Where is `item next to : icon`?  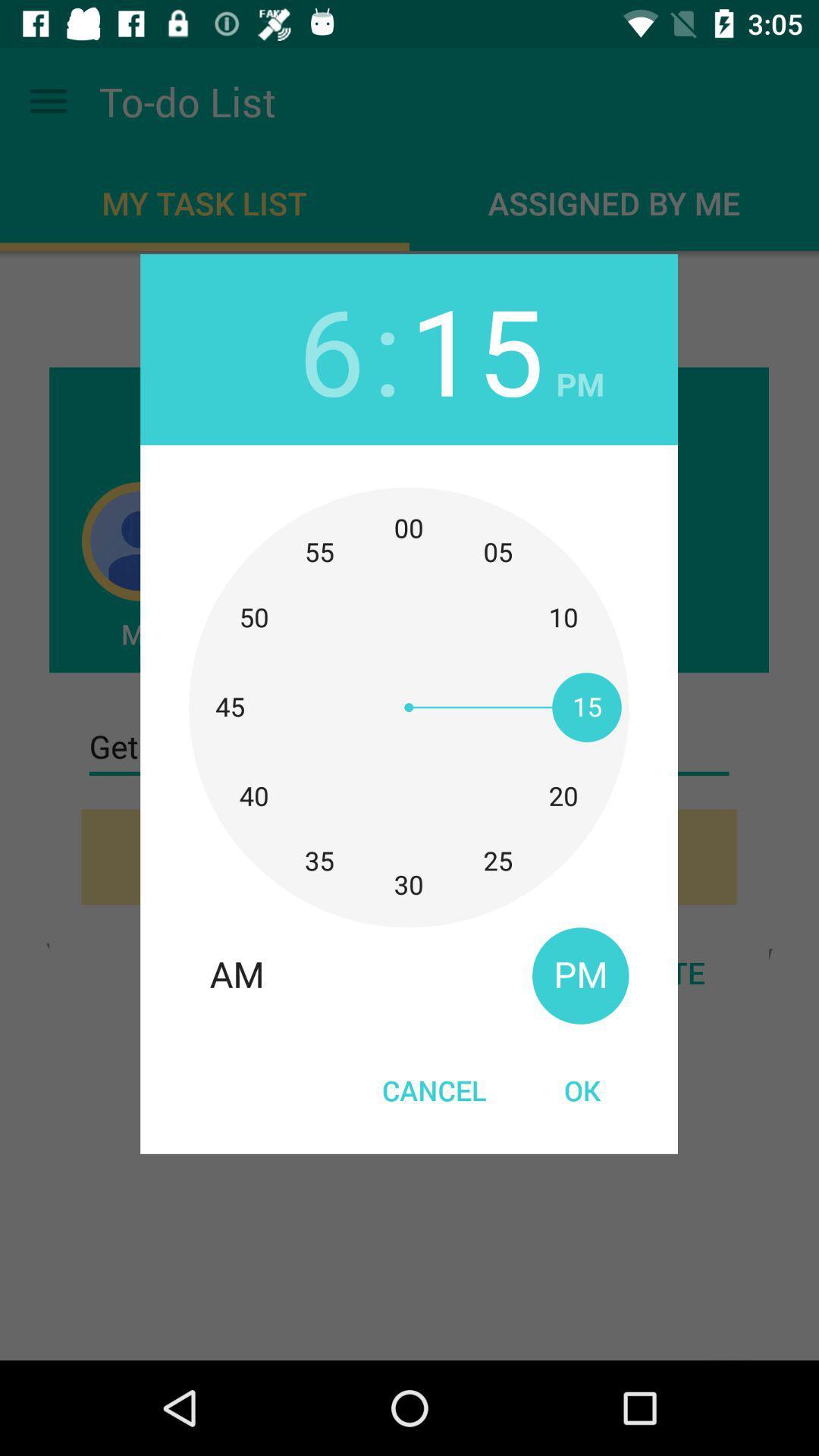
item next to : icon is located at coordinates (331, 348).